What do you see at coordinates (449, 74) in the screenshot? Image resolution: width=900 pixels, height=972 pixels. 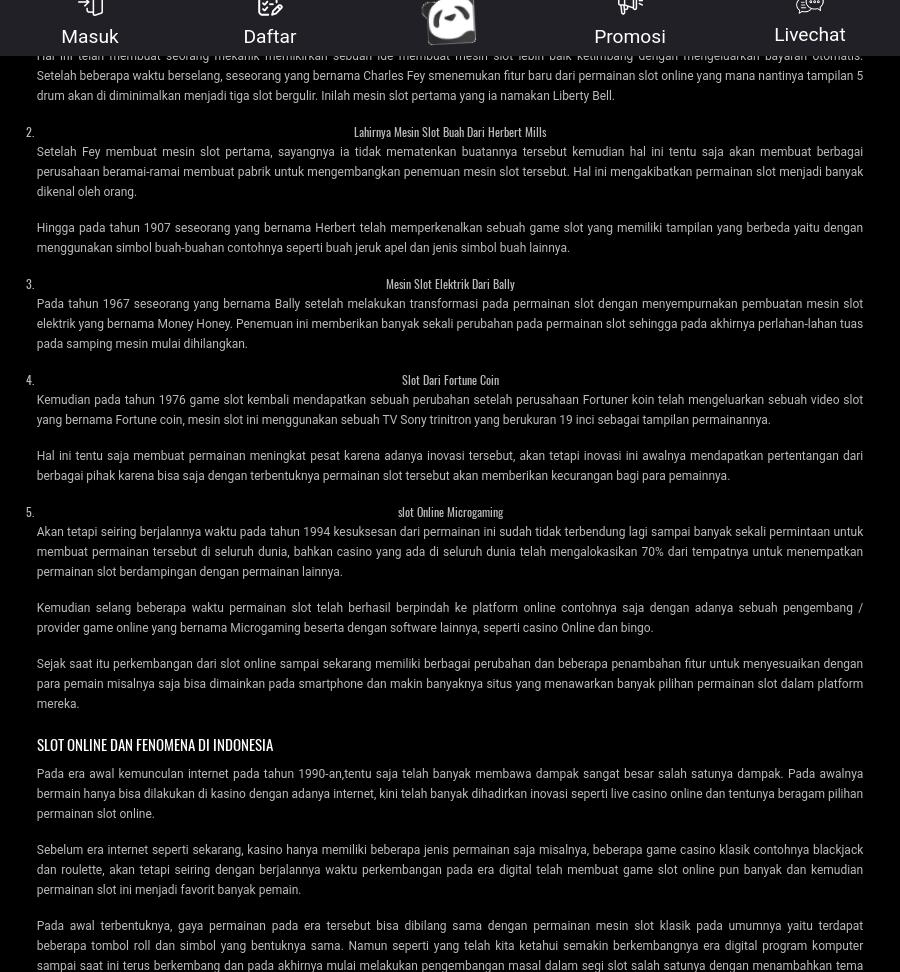 I see `'Hal ini telah membuat seorang mekanik memikirkan sebuah ide membuat mesin slot lebih baik ketimbang dengan mengeluarkan bayaran otomatis. Setelah beberapa waktu berselang, seseorang yang bernama Charles Fey smenemukan fitur baru dari permainan slot online yang mana nantinya tampilan 5 drum akan di diminimalkan menjadi tiga slot bergulir. Inilah mesin slot pertama yang ia namakan Liberty Bell.'` at bounding box center [449, 74].